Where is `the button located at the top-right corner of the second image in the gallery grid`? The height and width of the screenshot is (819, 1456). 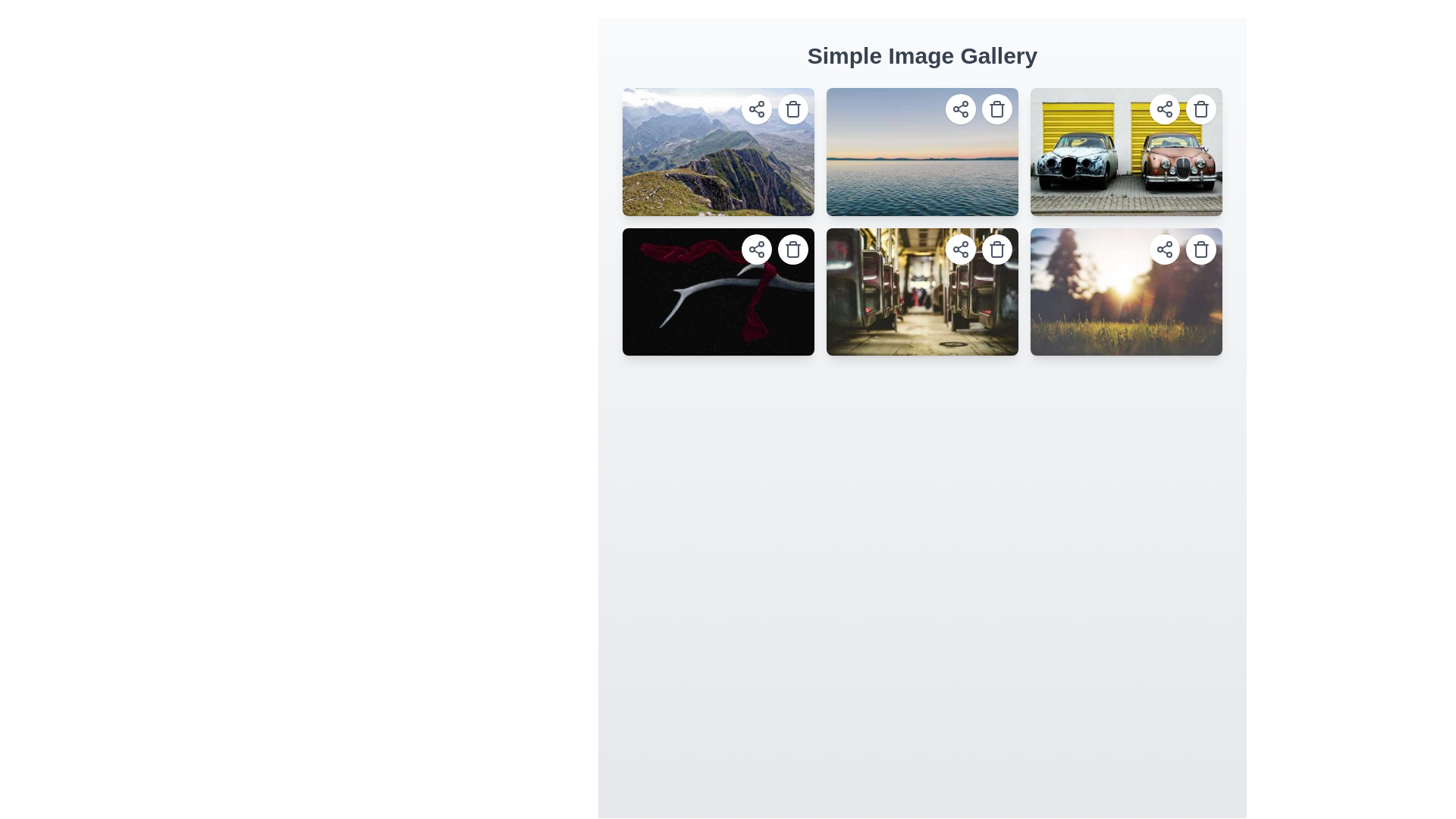 the button located at the top-right corner of the second image in the gallery grid is located at coordinates (979, 108).